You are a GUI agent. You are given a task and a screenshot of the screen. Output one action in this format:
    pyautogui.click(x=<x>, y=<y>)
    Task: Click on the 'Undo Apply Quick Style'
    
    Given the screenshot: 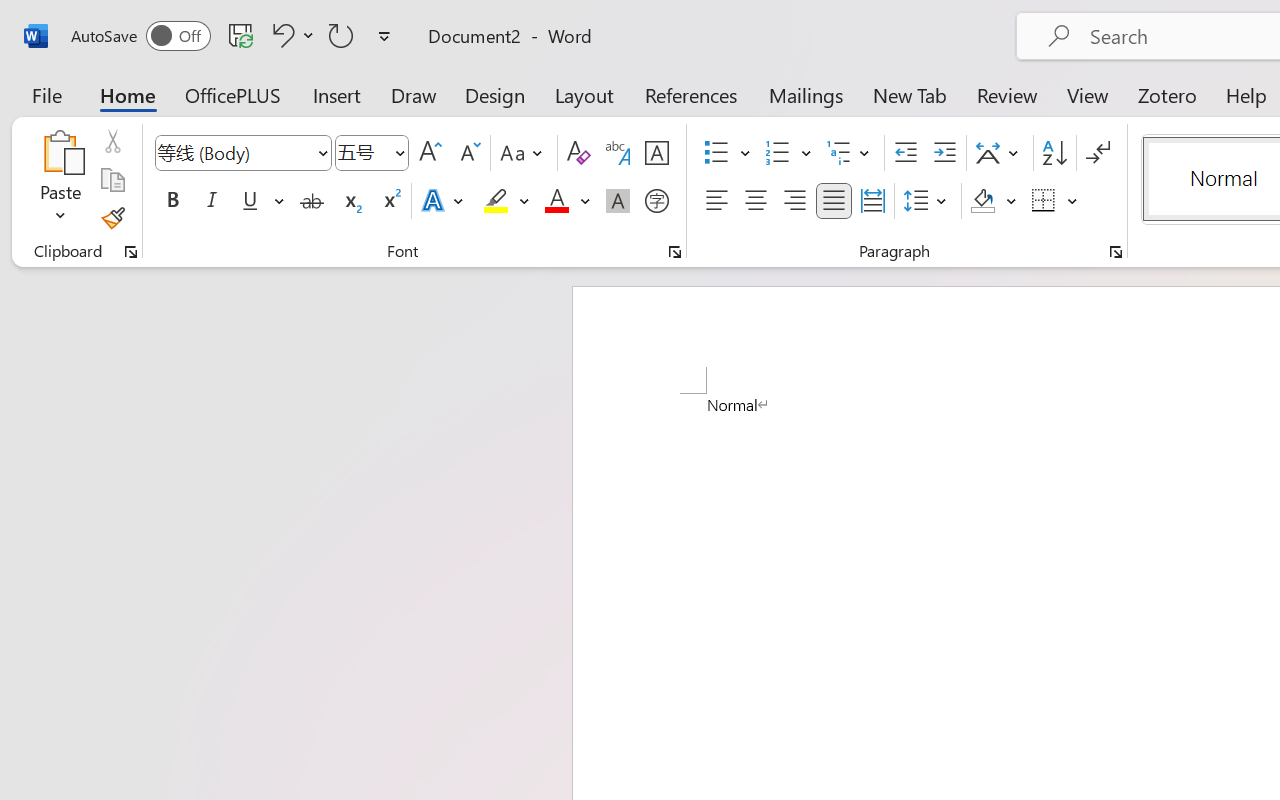 What is the action you would take?
    pyautogui.click(x=289, y=34)
    